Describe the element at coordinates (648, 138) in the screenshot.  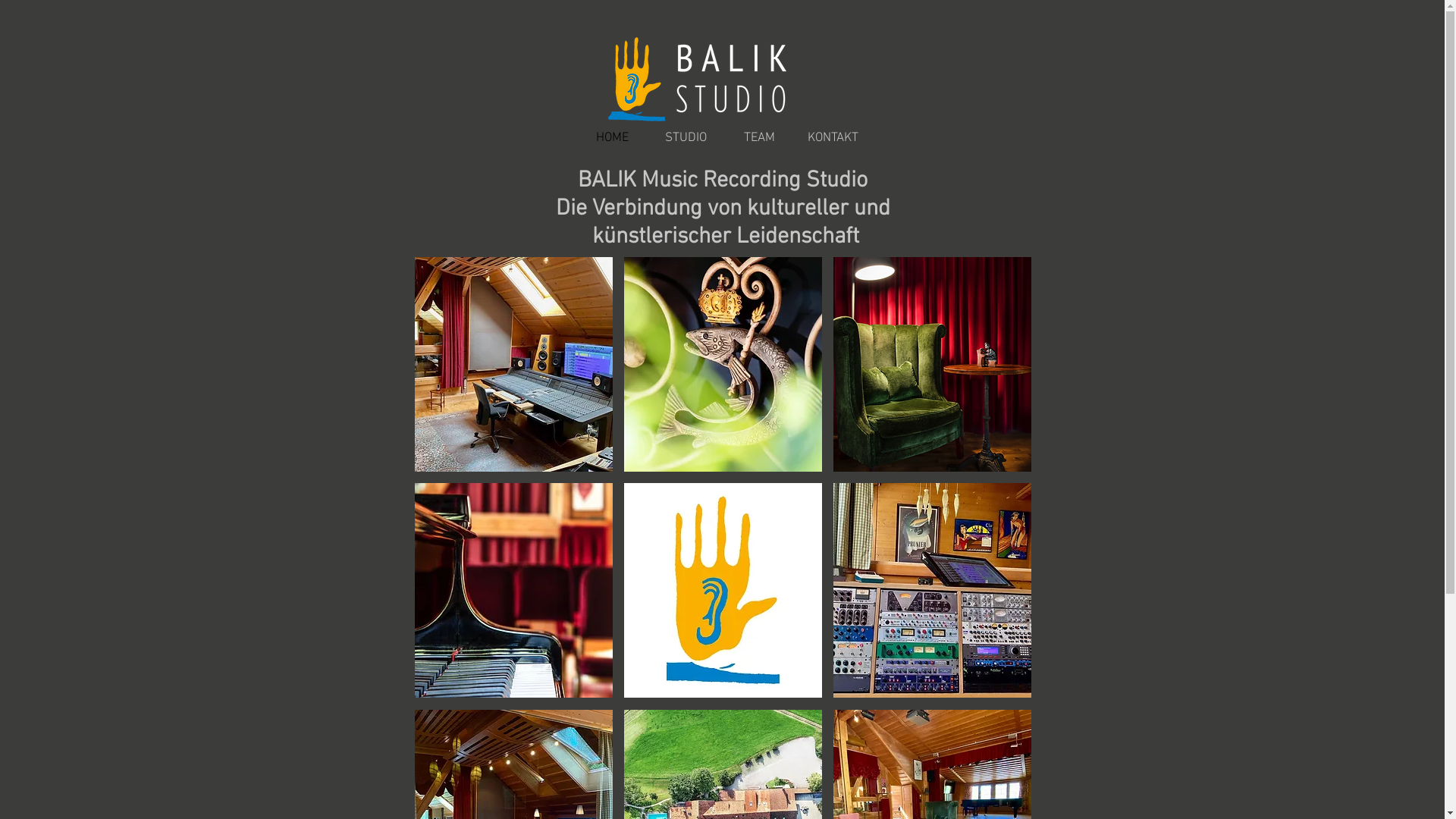
I see `'STUDIO'` at that location.